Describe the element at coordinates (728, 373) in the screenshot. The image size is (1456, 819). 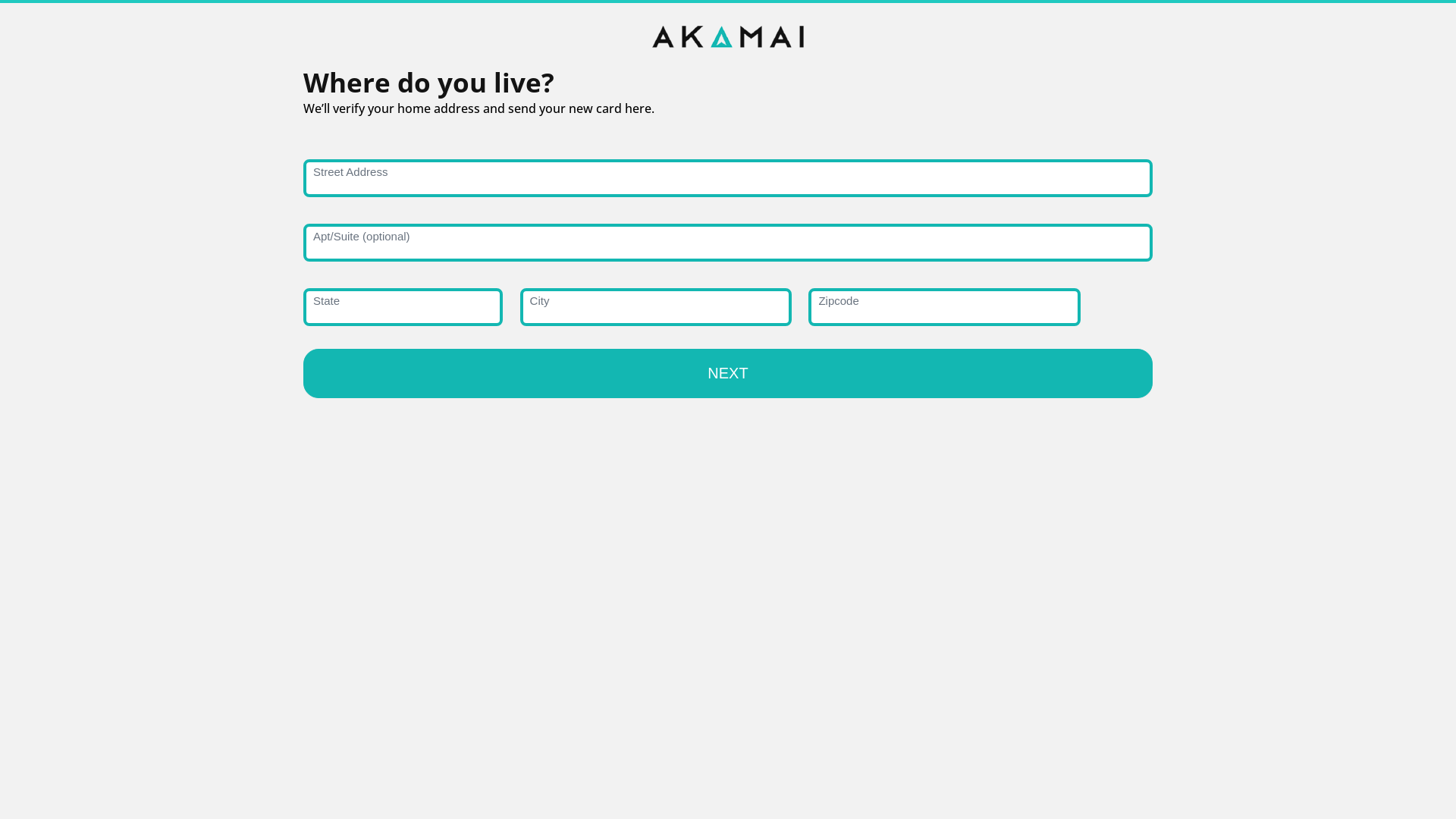
I see `'NEXT'` at that location.